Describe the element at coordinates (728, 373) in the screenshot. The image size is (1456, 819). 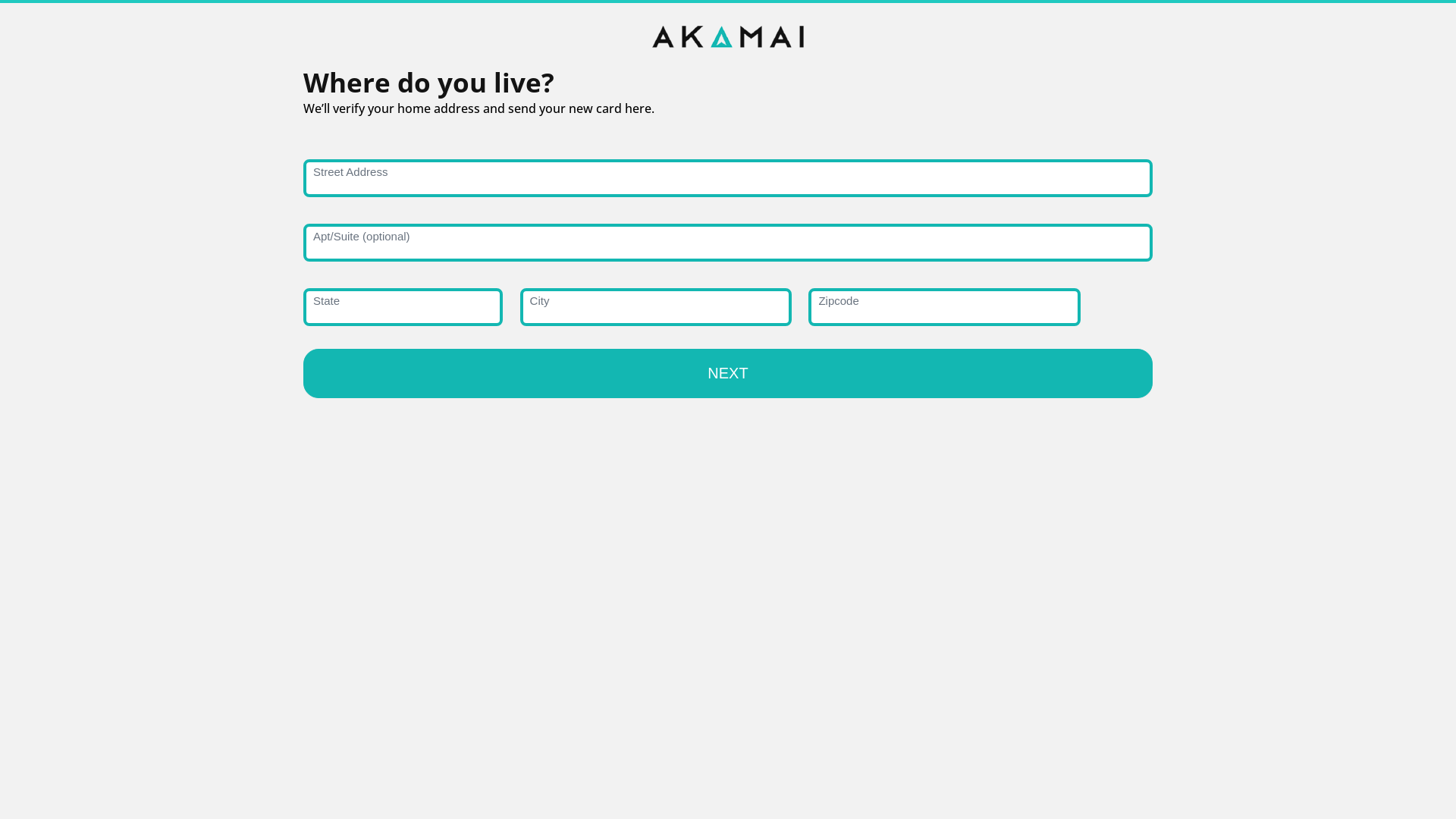
I see `'NEXT'` at that location.